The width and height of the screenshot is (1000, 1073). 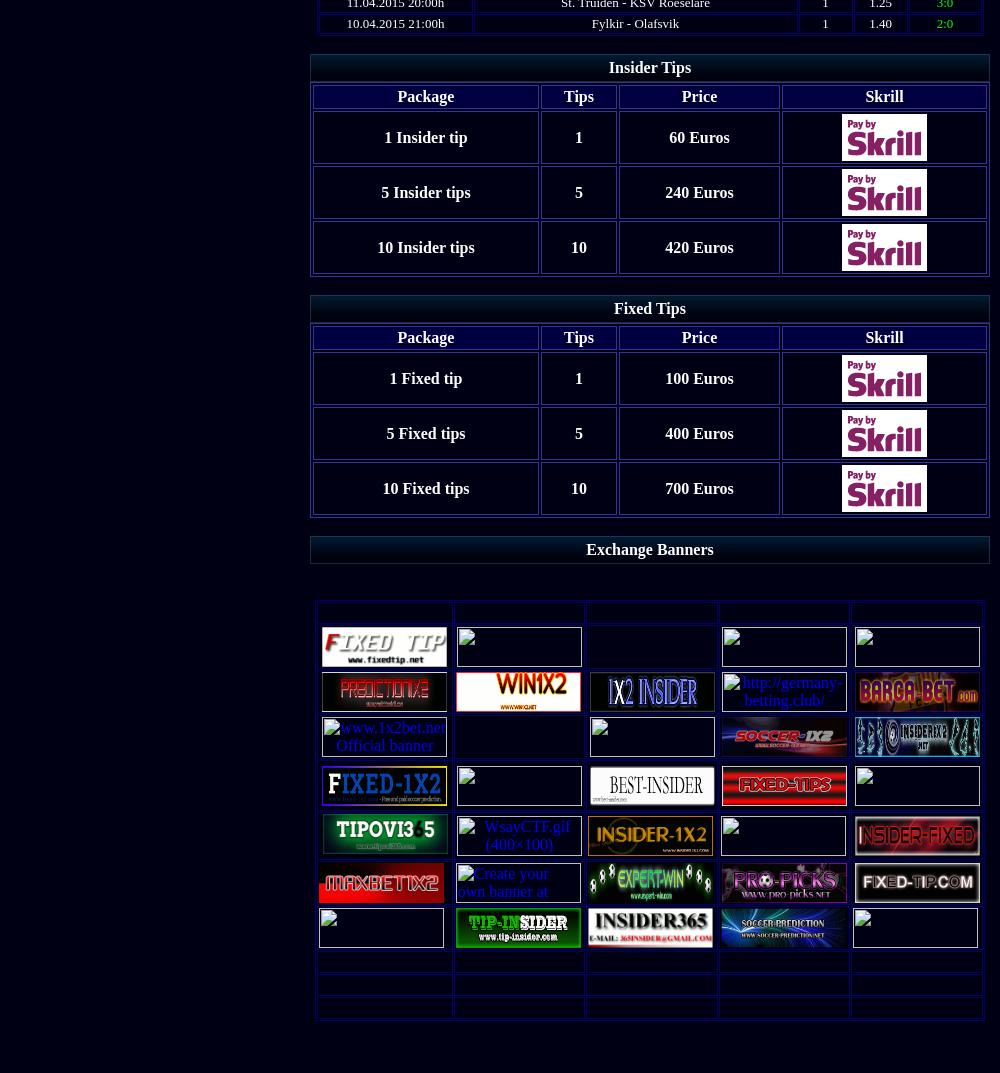 What do you see at coordinates (649, 308) in the screenshot?
I see `'Fixed Tips'` at bounding box center [649, 308].